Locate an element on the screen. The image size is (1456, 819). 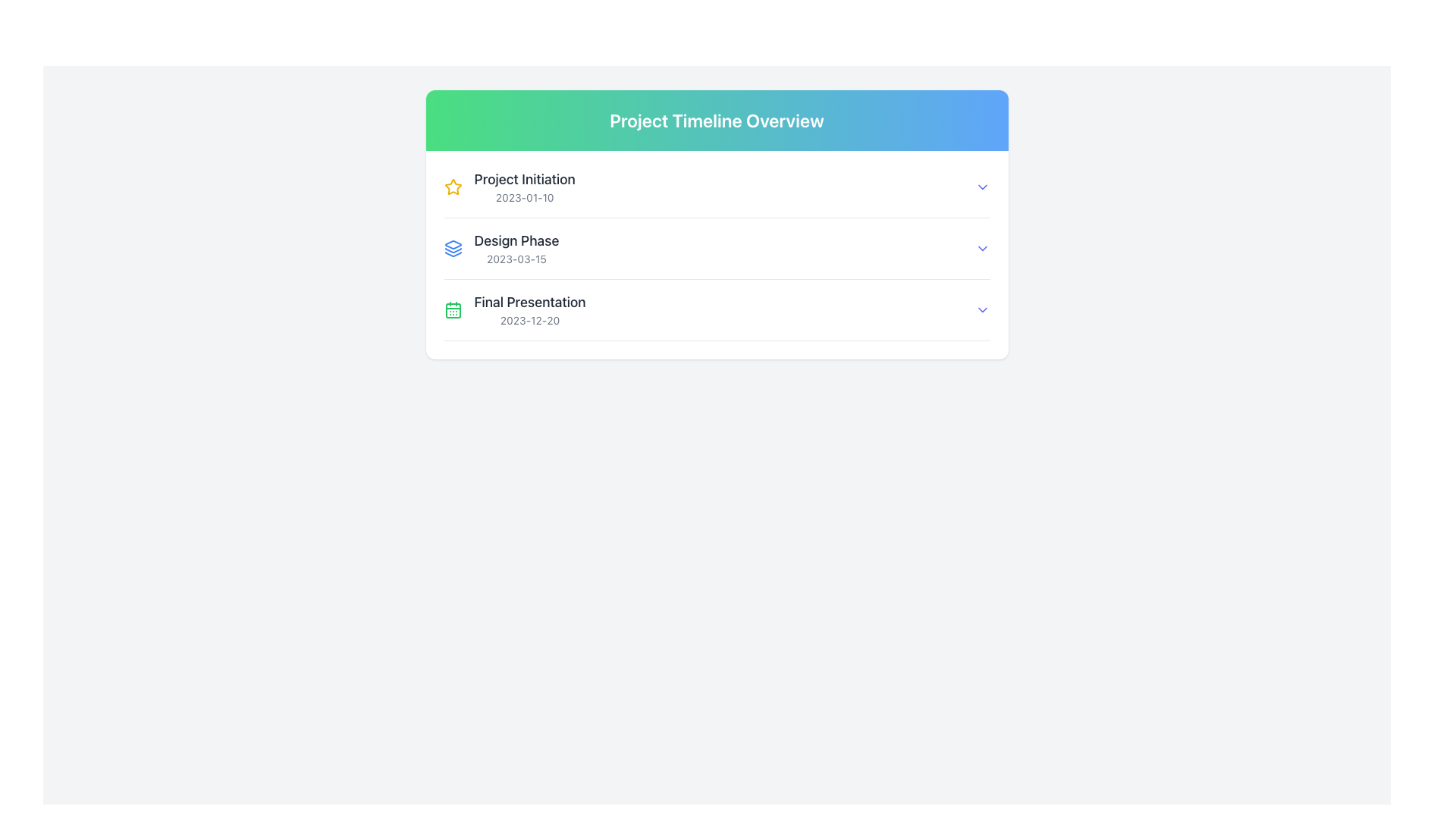
the first list item under 'Project Timeline Overview' that features a star icon and displays 'Project Initiation' with the date '2023-01-10' is located at coordinates (510, 186).